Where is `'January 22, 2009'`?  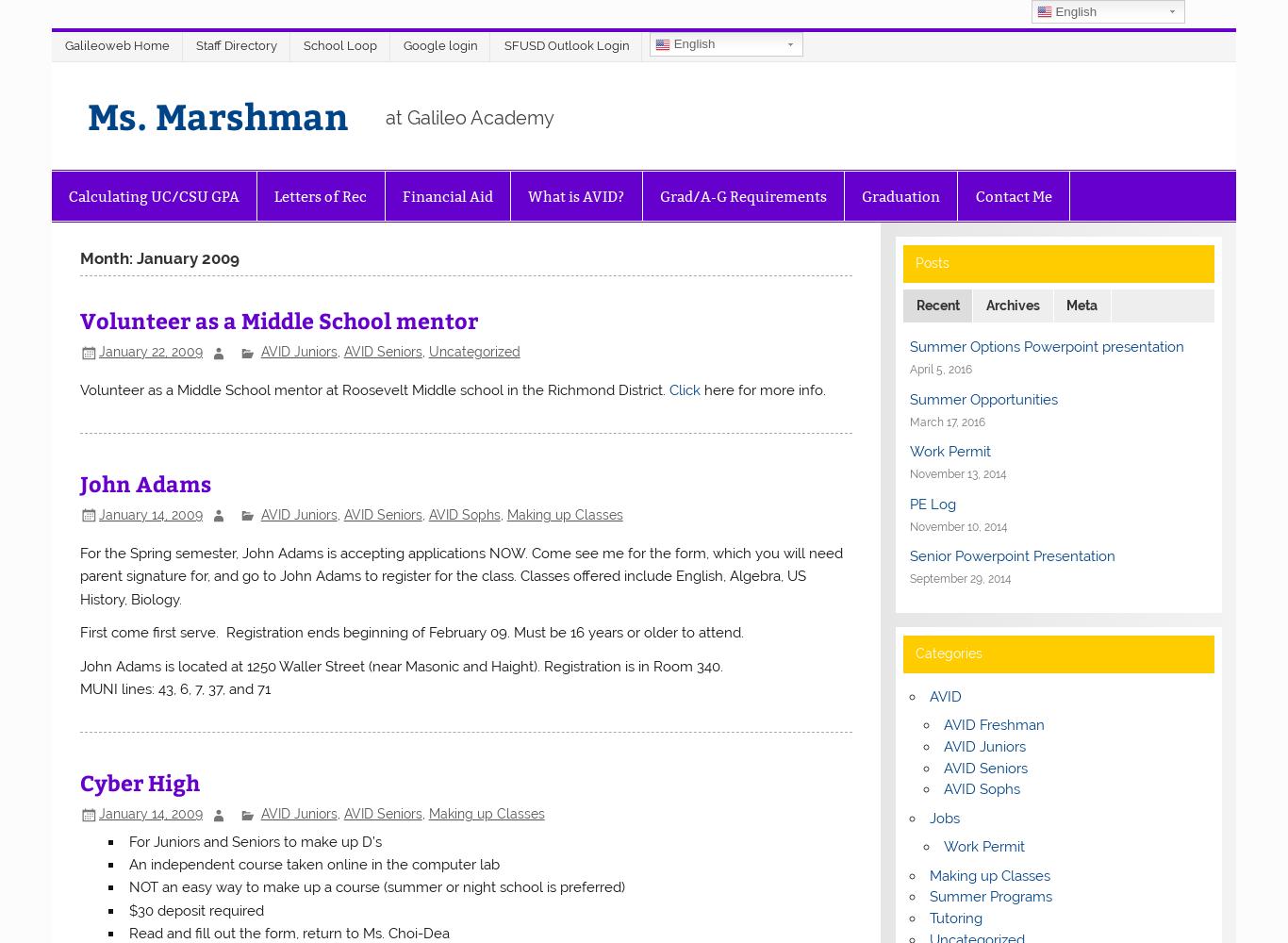
'January 22, 2009' is located at coordinates (149, 351).